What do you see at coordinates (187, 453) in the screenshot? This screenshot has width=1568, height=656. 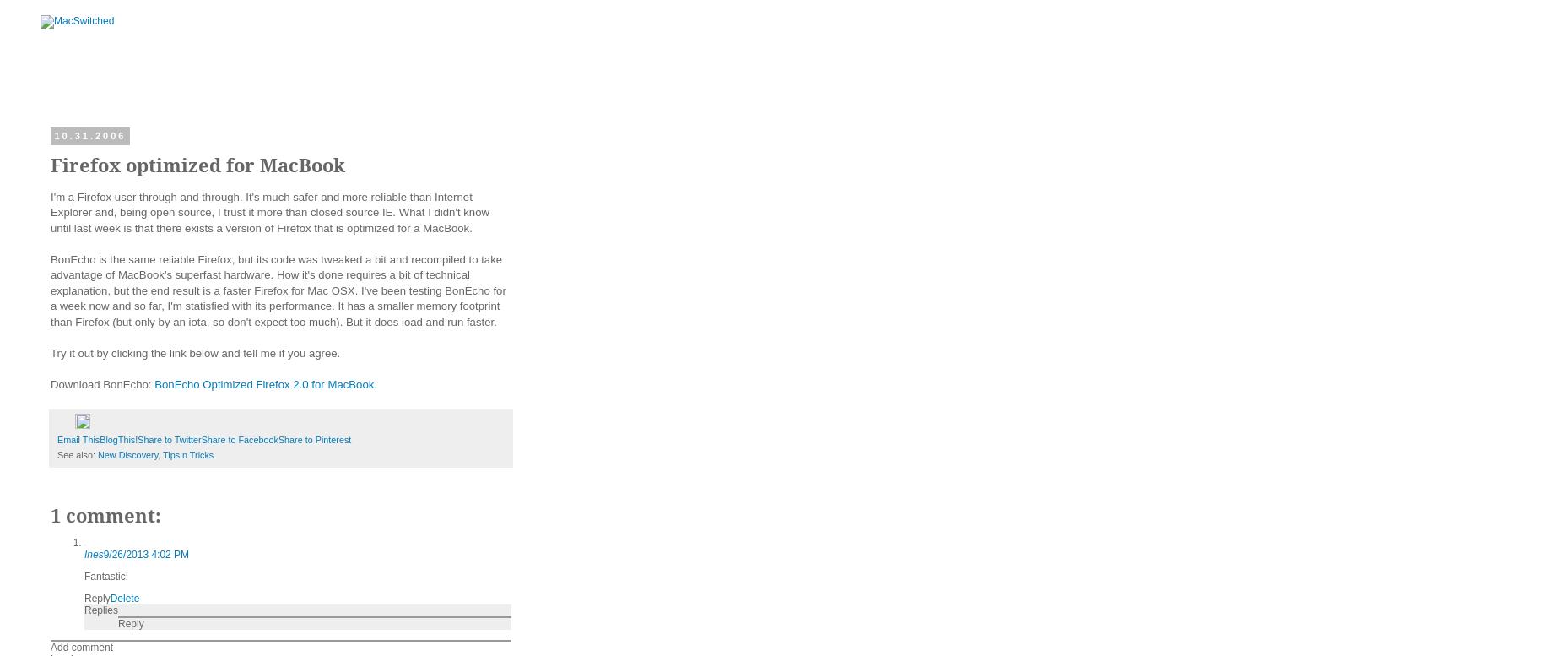 I see `'Tips n Tricks'` at bounding box center [187, 453].